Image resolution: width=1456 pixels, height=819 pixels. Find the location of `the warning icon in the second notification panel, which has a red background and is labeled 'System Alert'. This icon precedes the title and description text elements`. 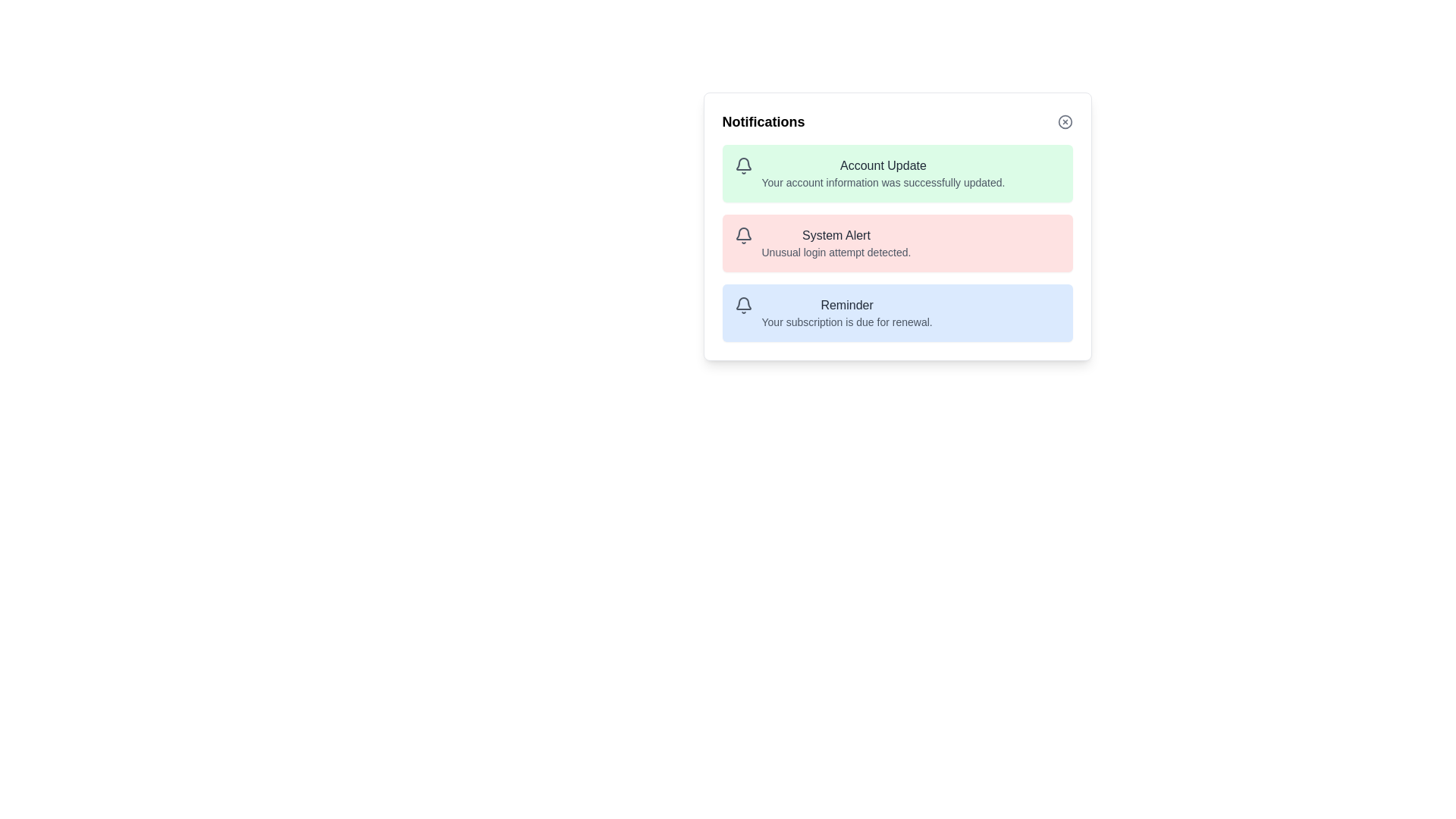

the warning icon in the second notification panel, which has a red background and is labeled 'System Alert'. This icon precedes the title and description text elements is located at coordinates (743, 236).